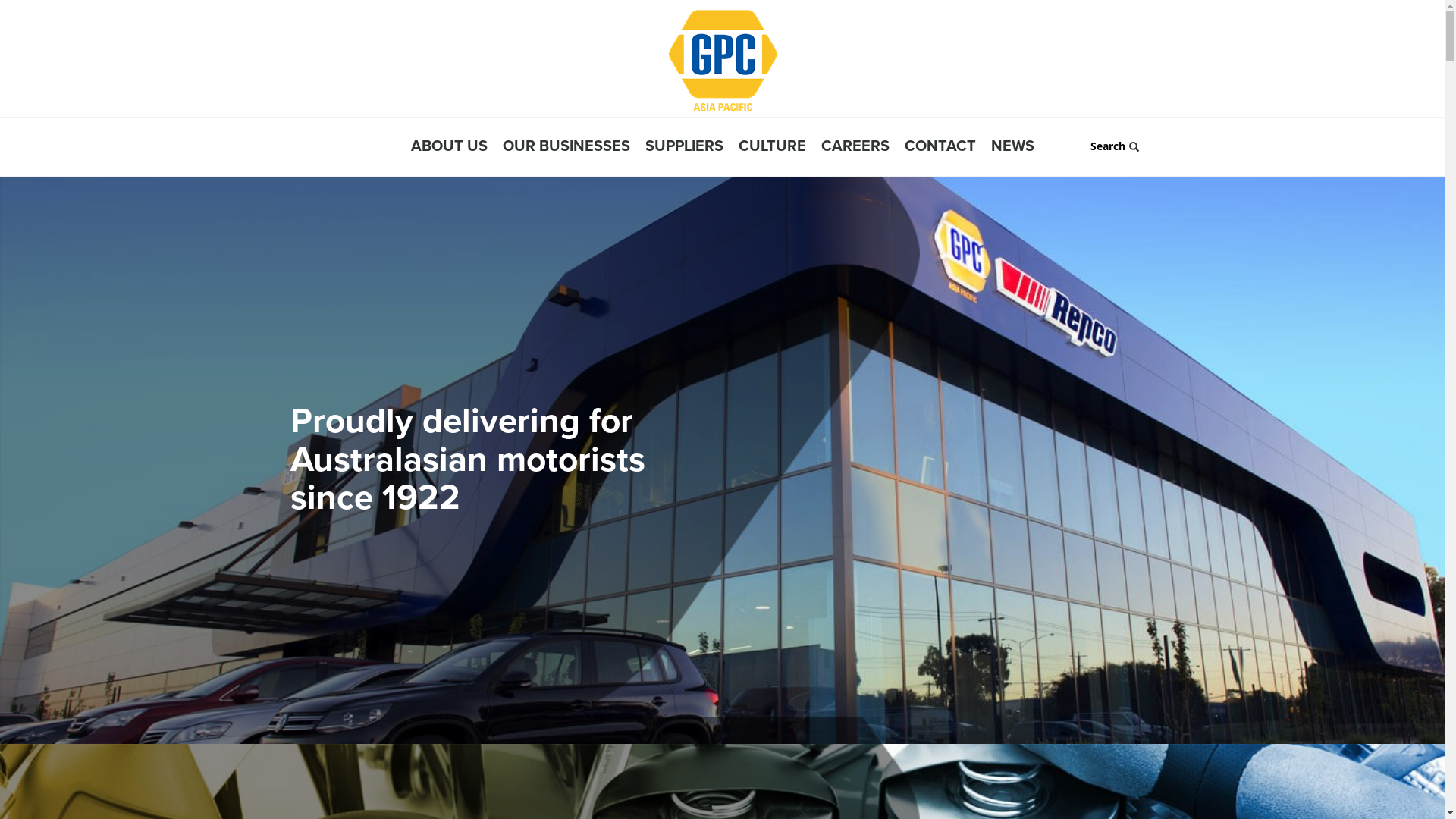 The height and width of the screenshot is (819, 1456). What do you see at coordinates (946, 148) in the screenshot?
I see `'CONTACT'` at bounding box center [946, 148].